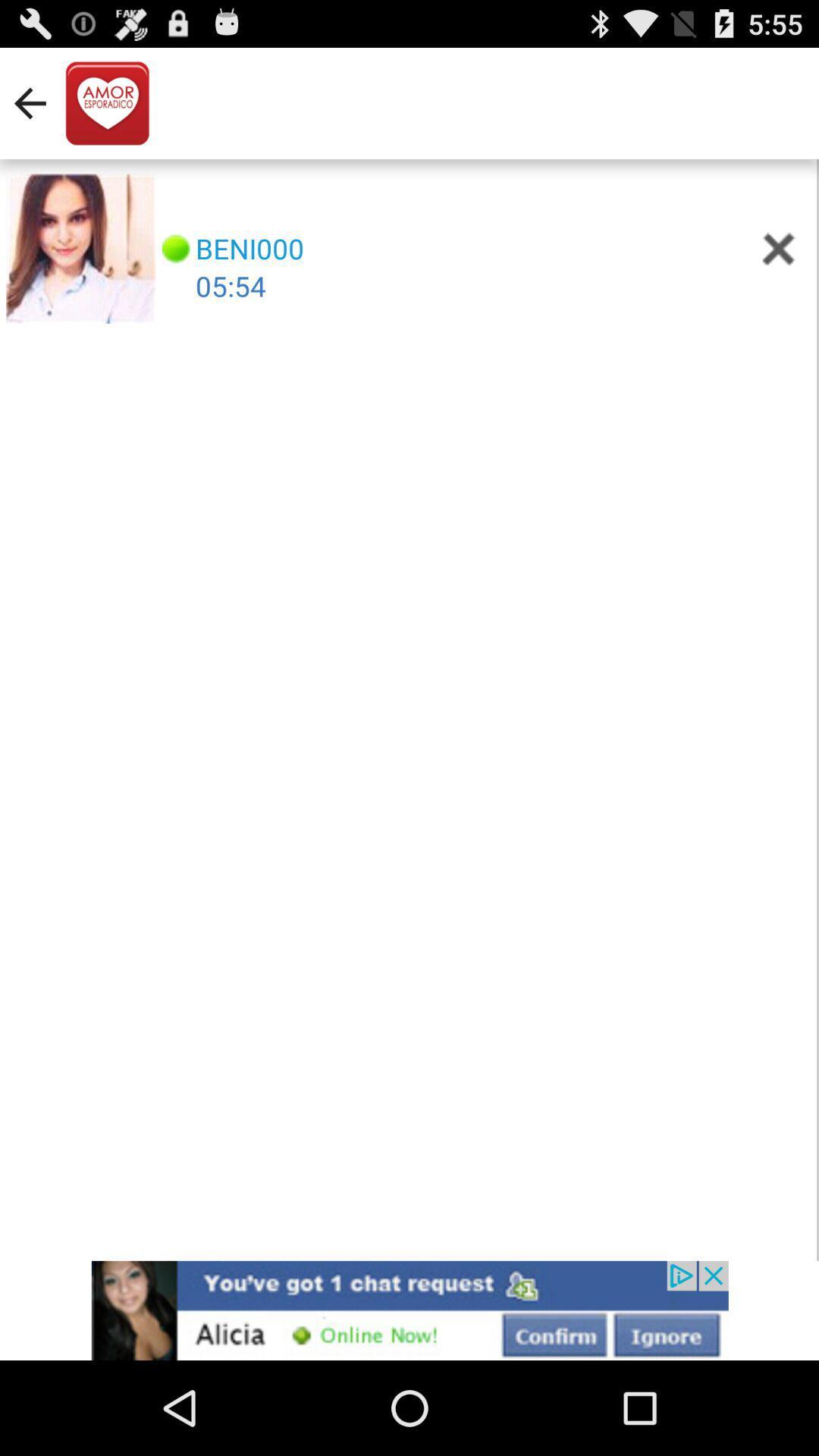 Image resolution: width=819 pixels, height=1456 pixels. What do you see at coordinates (409, 1310) in the screenshot?
I see `open advertisement` at bounding box center [409, 1310].